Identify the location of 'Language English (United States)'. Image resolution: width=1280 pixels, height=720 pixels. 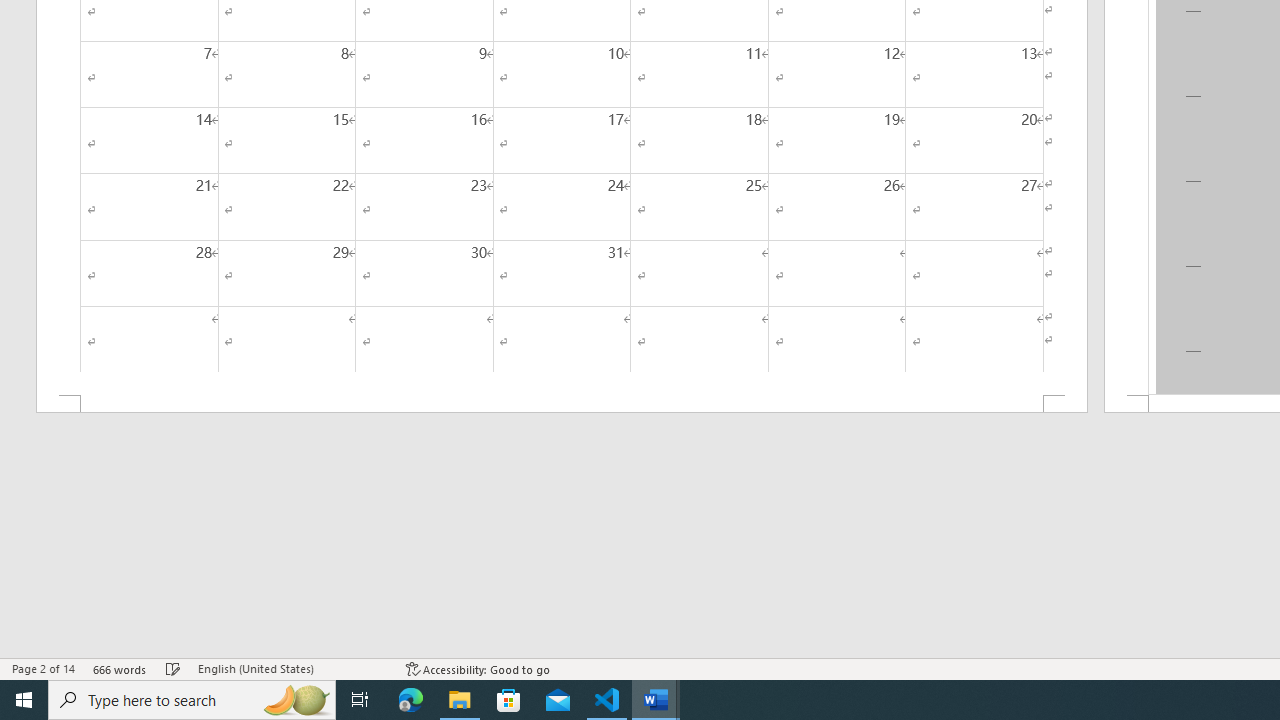
(291, 669).